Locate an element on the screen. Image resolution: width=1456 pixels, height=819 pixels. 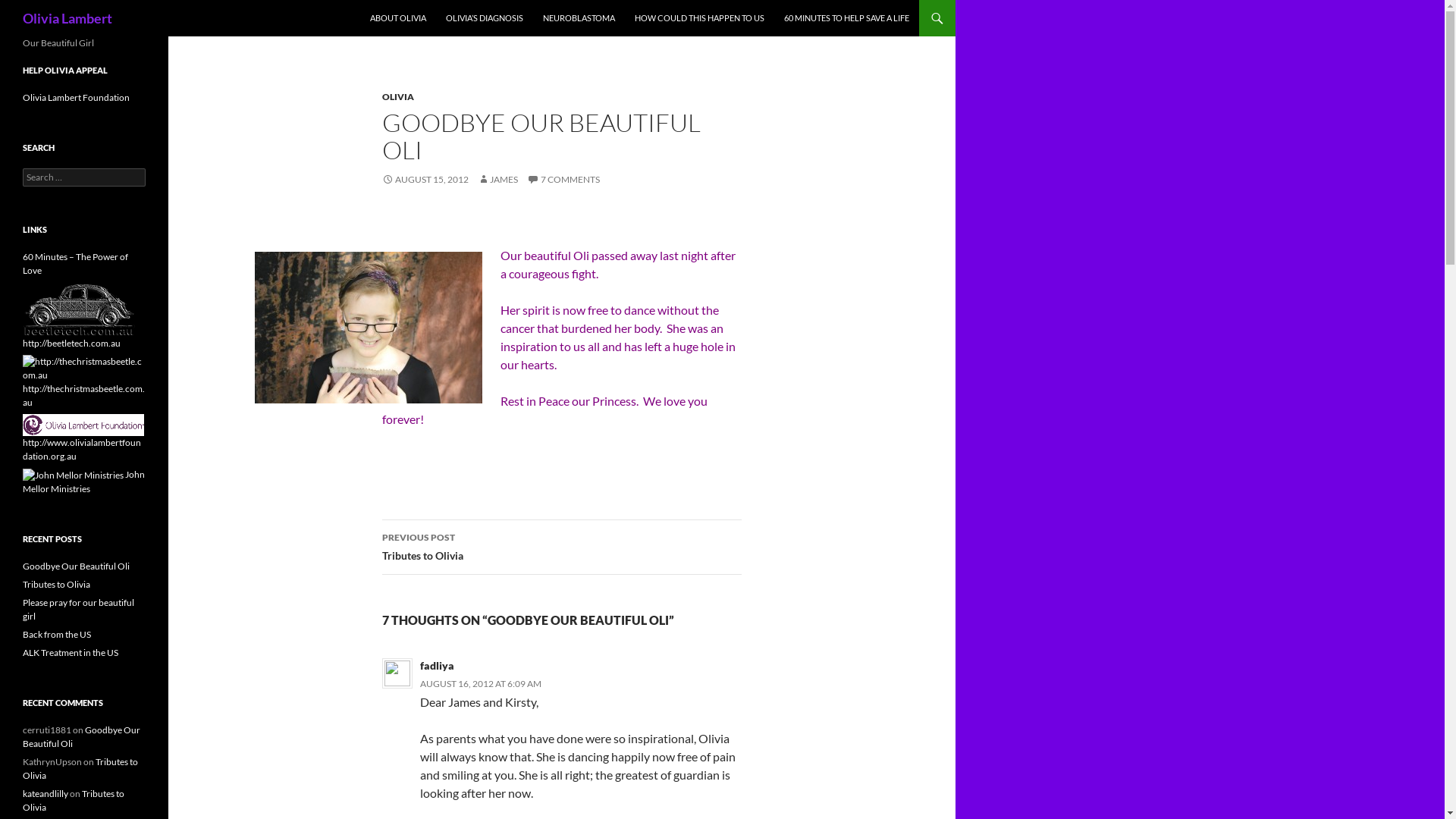
'http://beetletech.com.au' is located at coordinates (79, 325).